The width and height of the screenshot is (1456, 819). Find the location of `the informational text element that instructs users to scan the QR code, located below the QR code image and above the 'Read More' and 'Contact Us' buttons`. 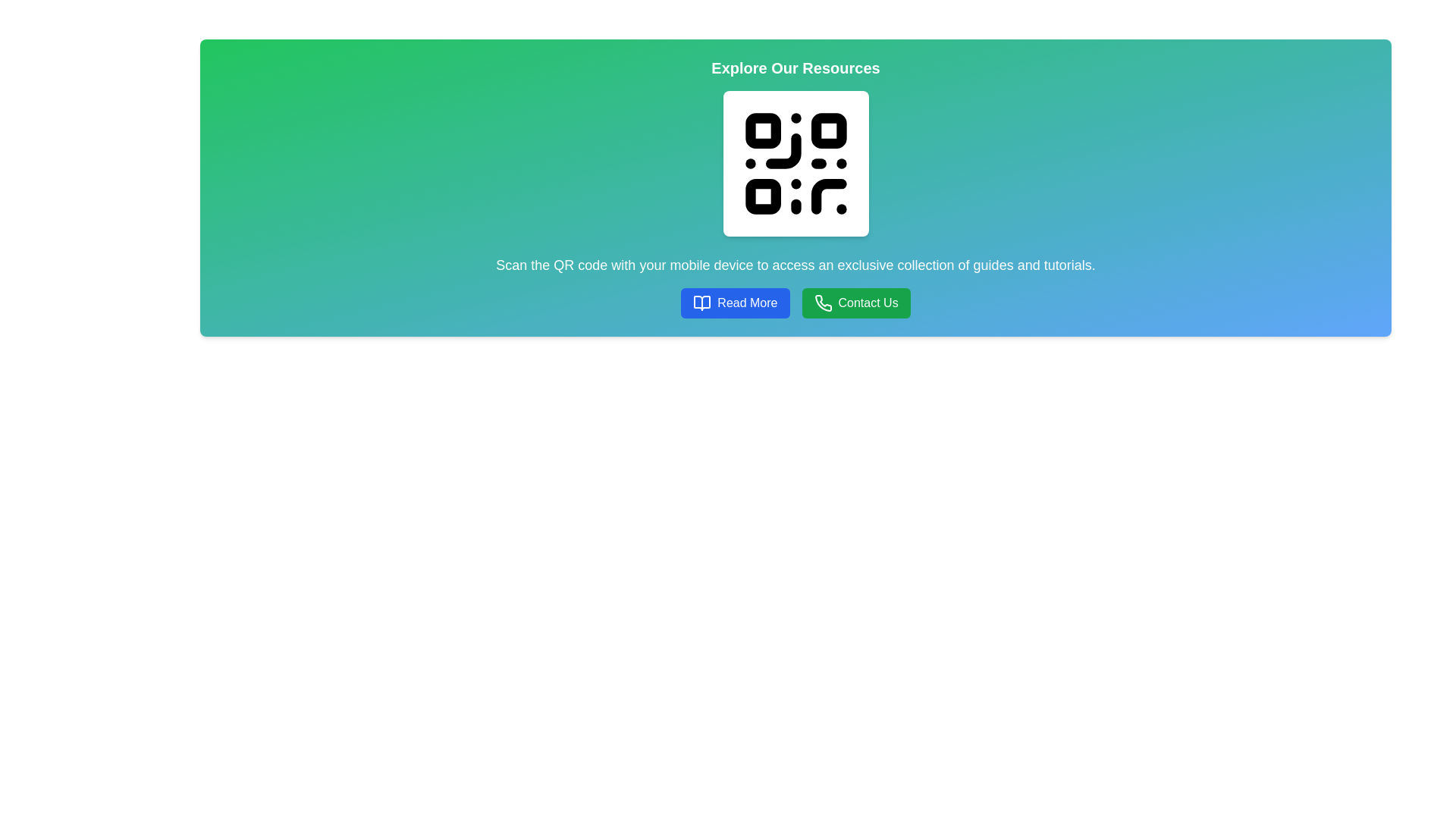

the informational text element that instructs users to scan the QR code, located below the QR code image and above the 'Read More' and 'Contact Us' buttons is located at coordinates (795, 265).